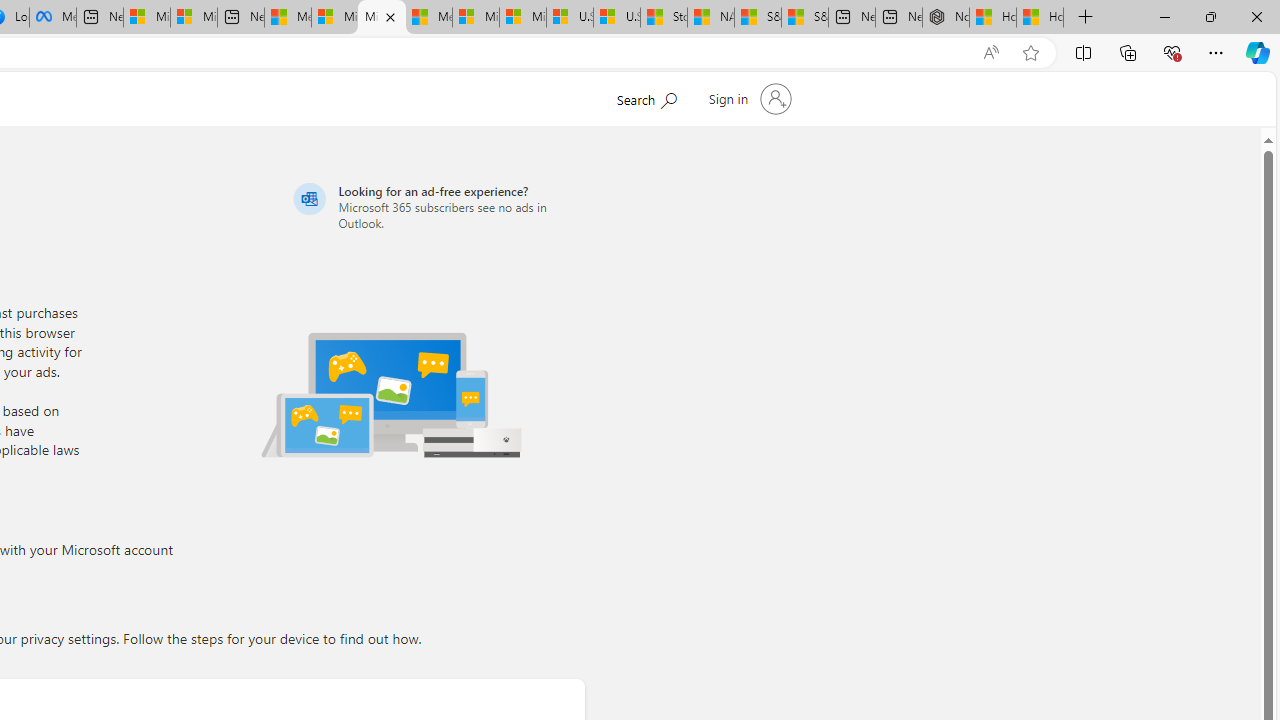 The height and width of the screenshot is (720, 1280). Describe the element at coordinates (646, 97) in the screenshot. I see `'Search Microsoft.com'` at that location.